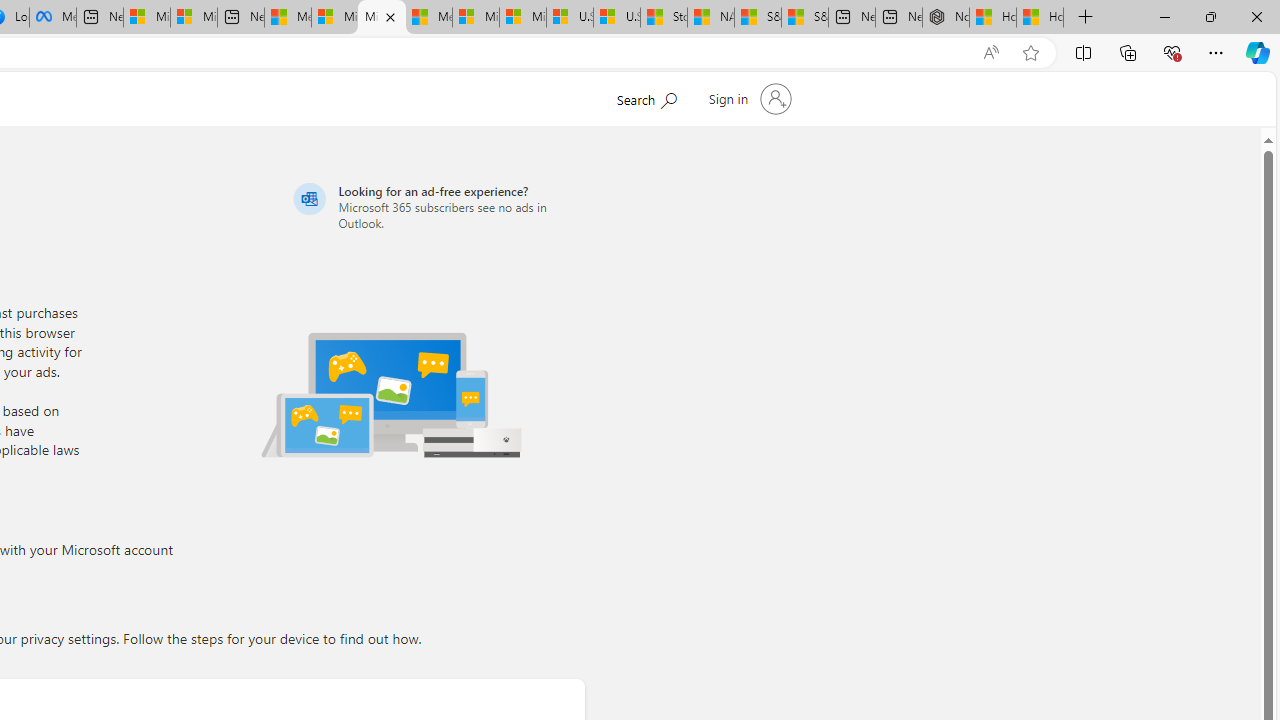 The height and width of the screenshot is (720, 1280). Describe the element at coordinates (646, 97) in the screenshot. I see `'Search Microsoft.com'` at that location.